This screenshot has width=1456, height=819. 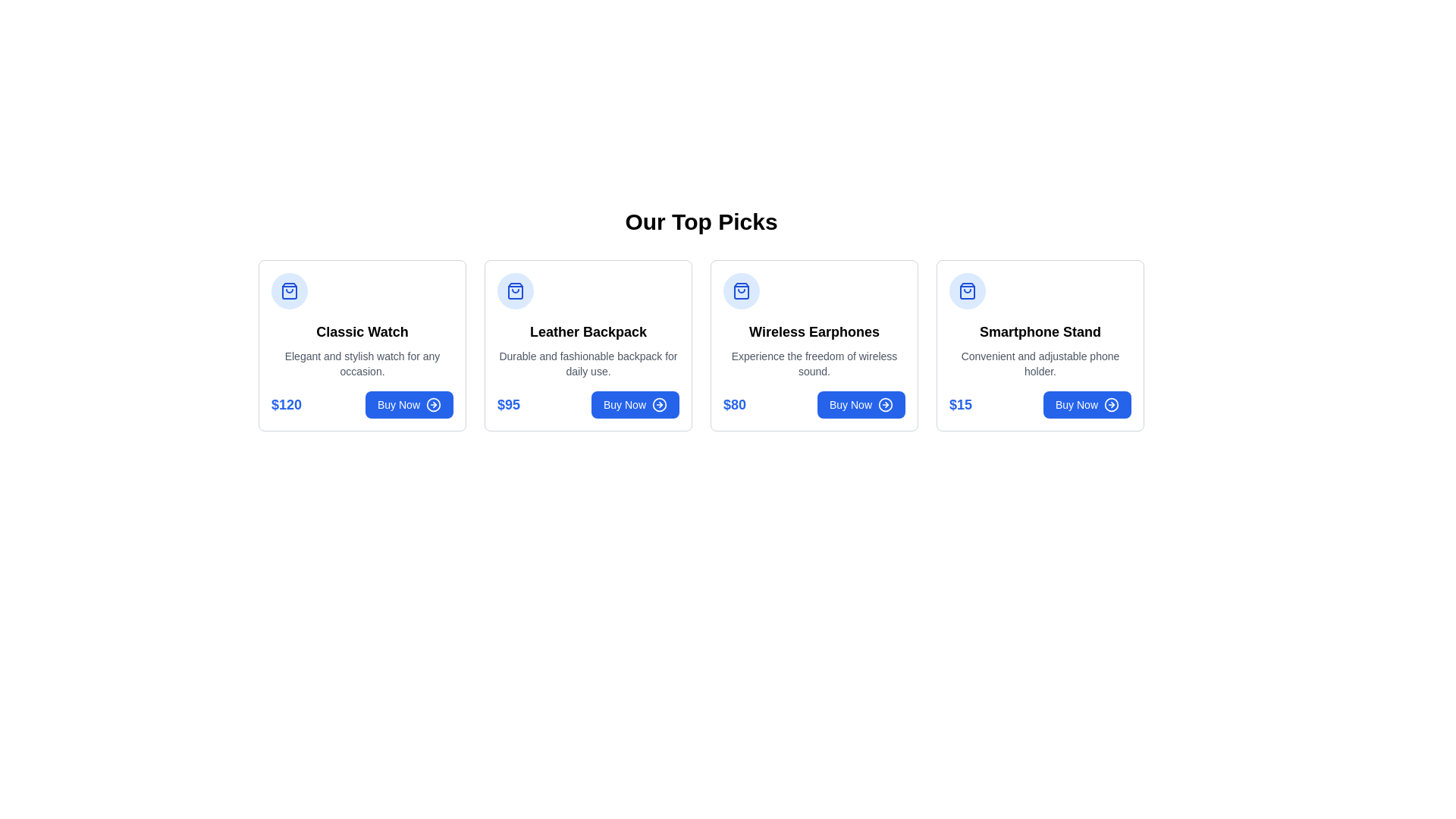 What do you see at coordinates (588, 363) in the screenshot?
I see `text description element that provides a summary of the product, positioned below the title 'Leather Backpack' and above the price section '$95'` at bounding box center [588, 363].